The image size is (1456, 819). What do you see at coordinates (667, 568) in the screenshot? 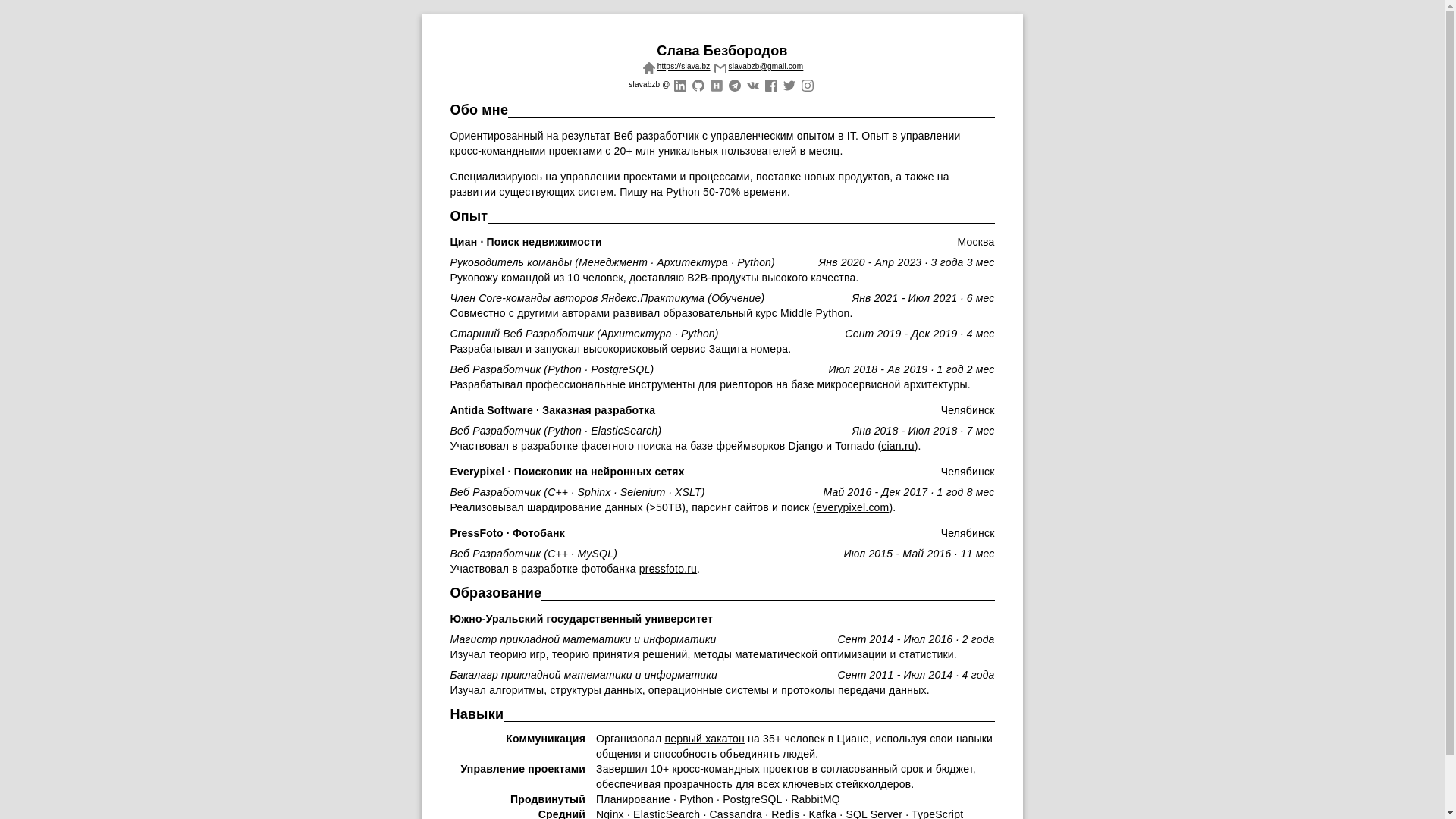
I see `'pressfoto.ru'` at bounding box center [667, 568].